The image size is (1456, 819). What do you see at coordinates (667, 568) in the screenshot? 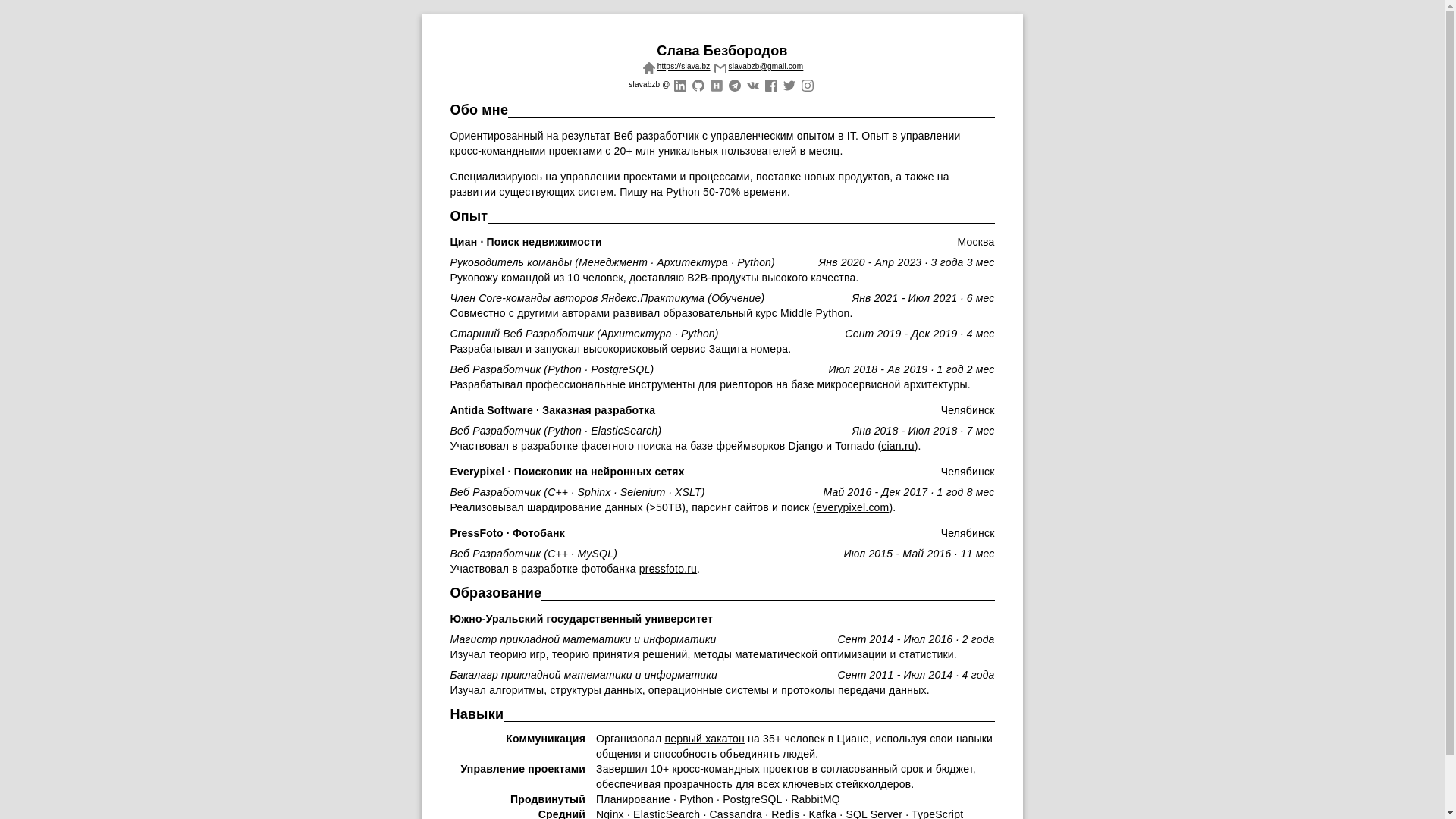
I see `'pressfoto.ru'` at bounding box center [667, 568].